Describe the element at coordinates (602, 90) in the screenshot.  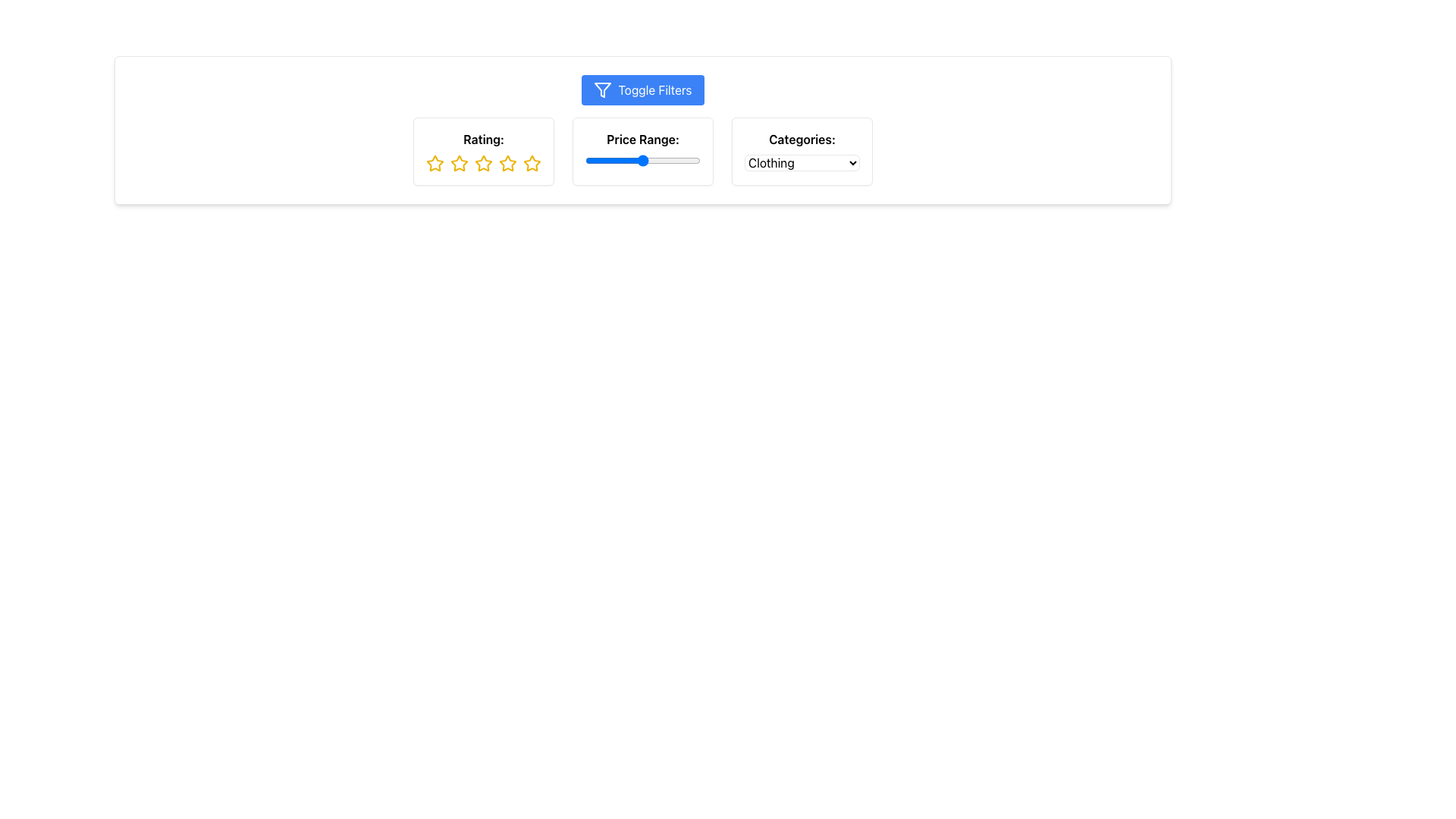
I see `the funnel icon in the toggle filter button labeled 'Toggle Filters', which is visually centered and has a white fill on a blue background` at that location.